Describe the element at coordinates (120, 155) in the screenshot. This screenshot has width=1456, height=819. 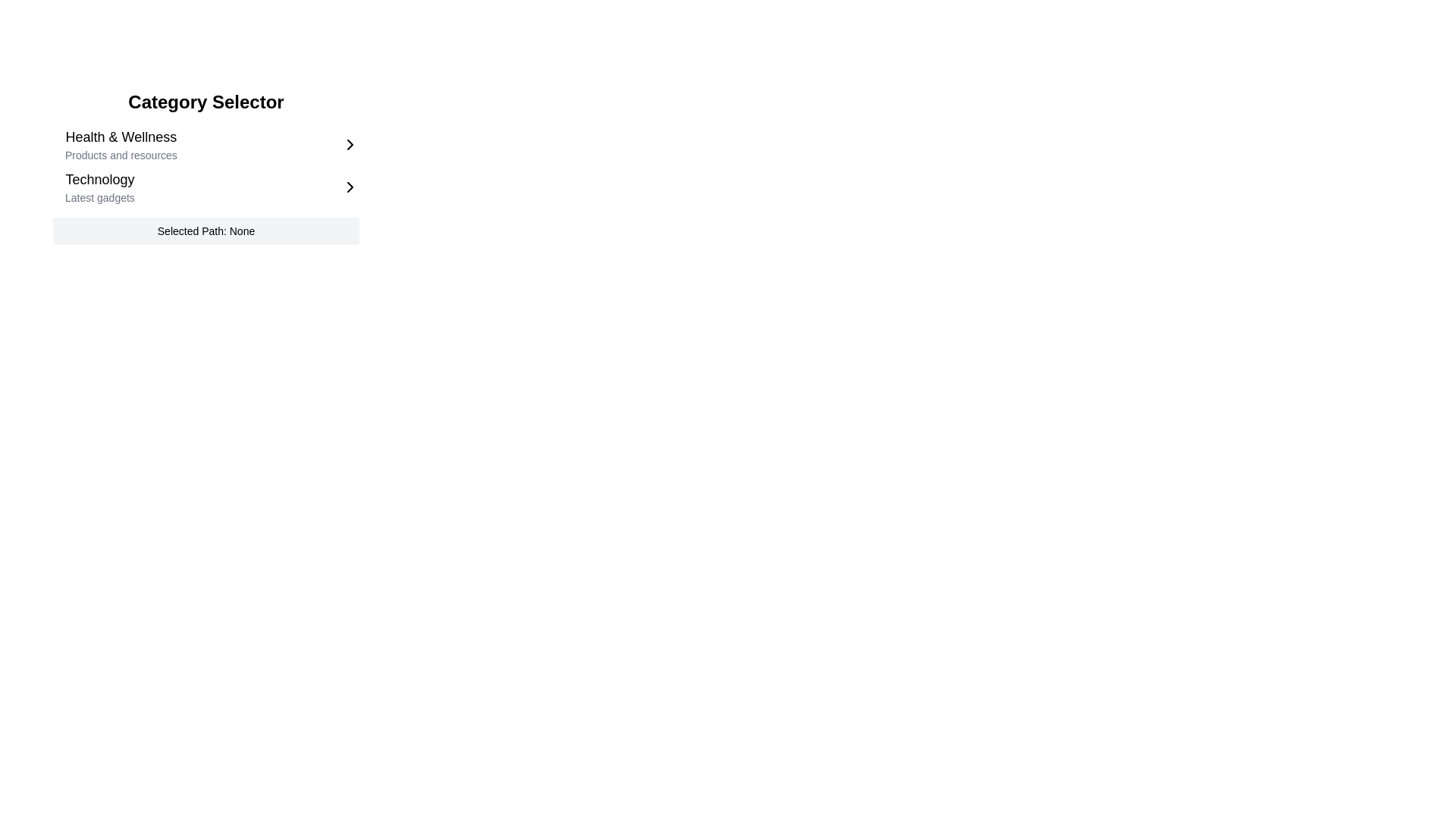
I see `the descriptive text label that provides additional context related to 'Health & Wellness', positioned underneath the main heading` at that location.